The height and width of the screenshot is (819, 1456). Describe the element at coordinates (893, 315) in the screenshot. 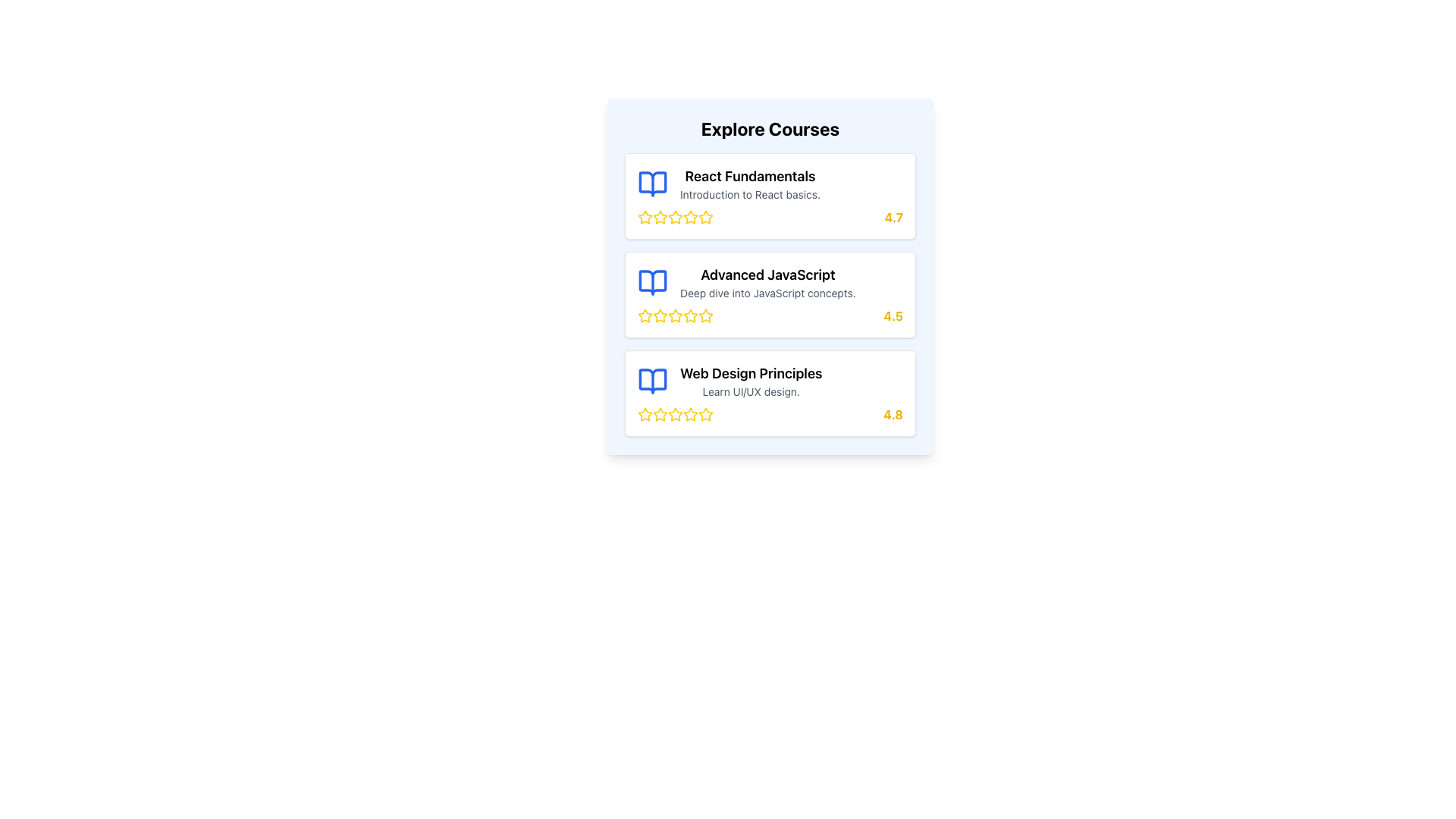

I see `the bold yellow text displaying the value '4.5' in the ratings section of the 'Advanced JavaScript' course item` at that location.